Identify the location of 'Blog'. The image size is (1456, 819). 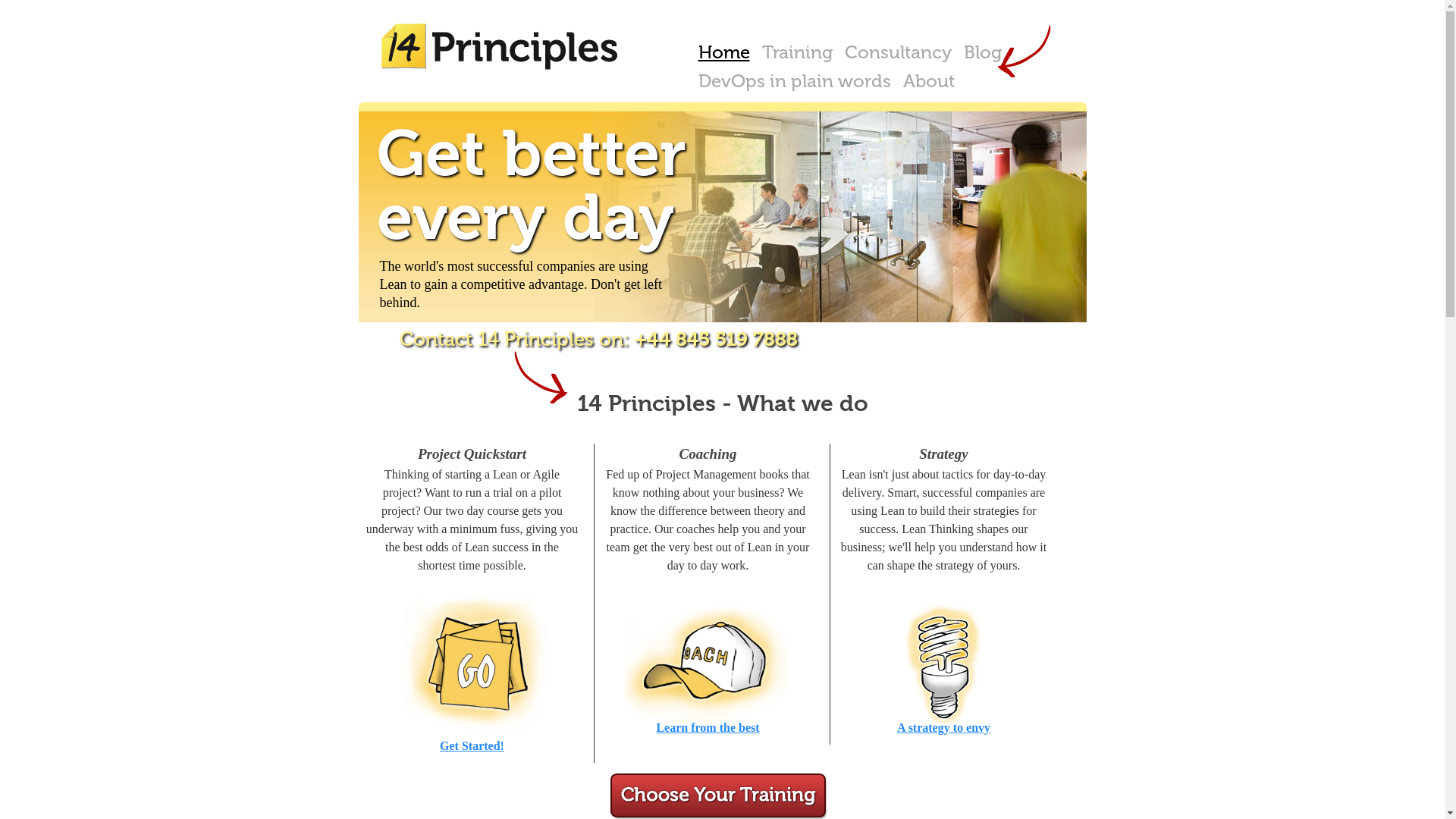
(956, 52).